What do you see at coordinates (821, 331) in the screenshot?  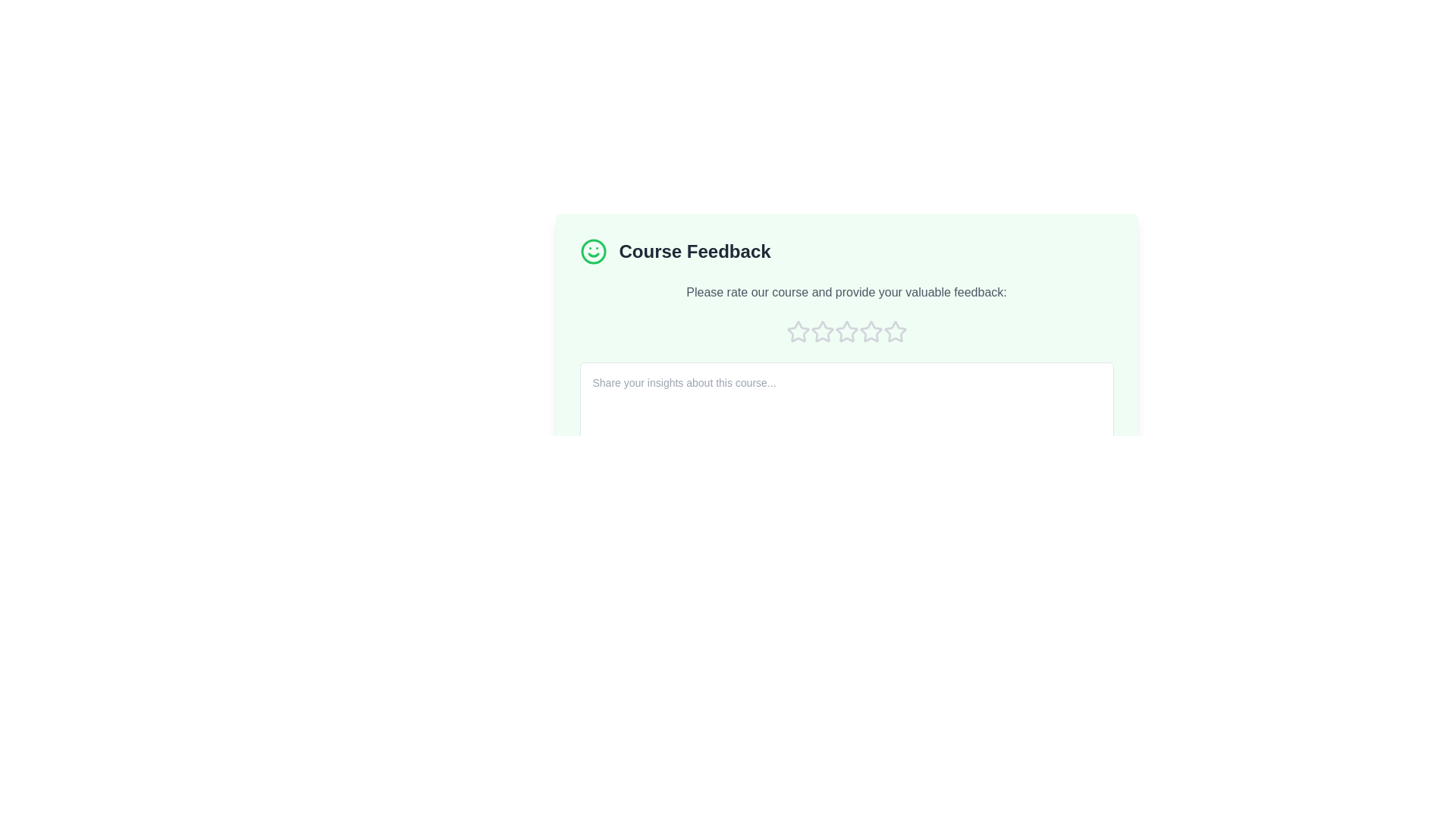 I see `the second star-shaped icon in the rating section of the feedback form` at bounding box center [821, 331].